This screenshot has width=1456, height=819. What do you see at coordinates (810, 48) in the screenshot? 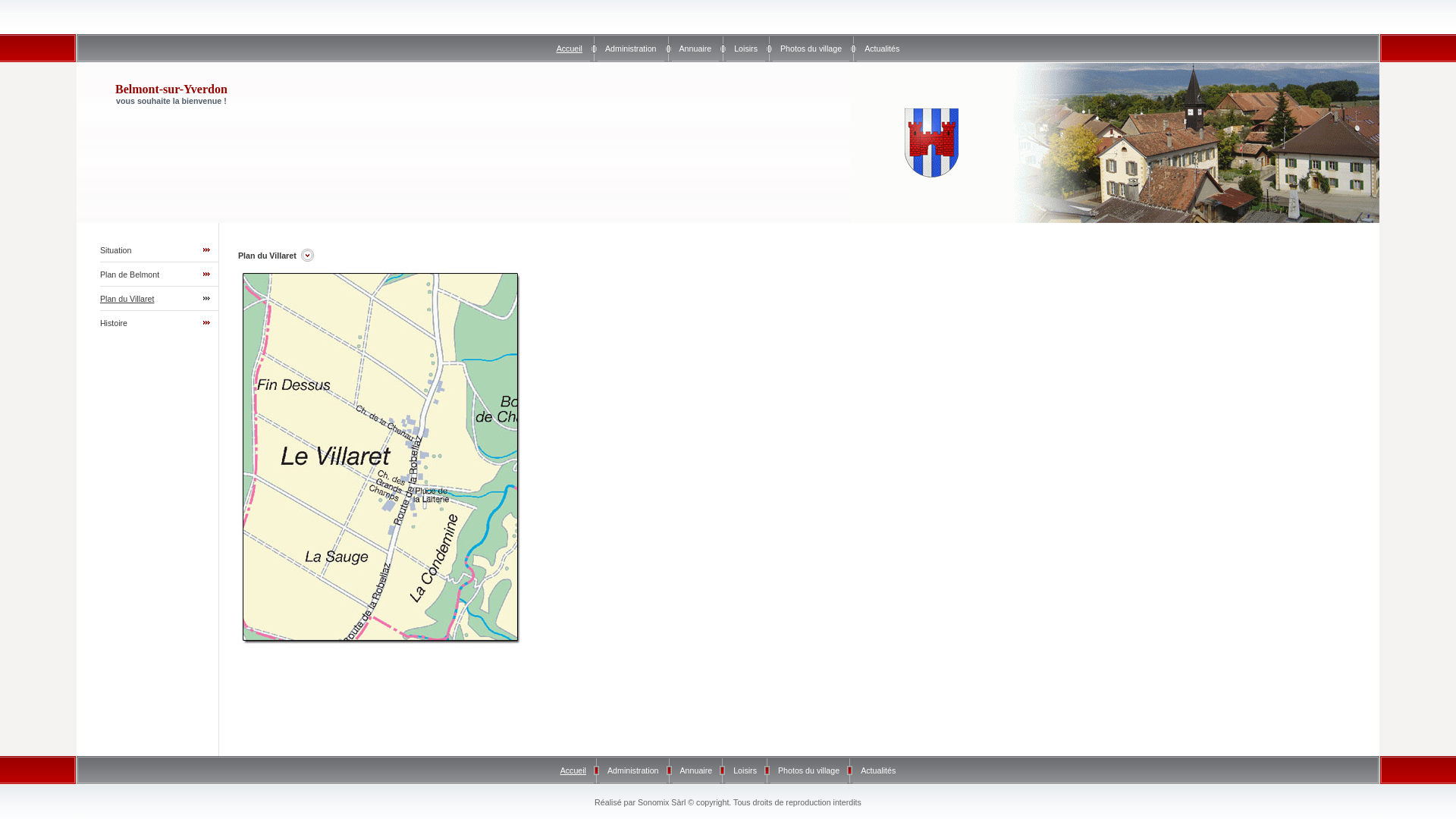
I see `'Photos du village'` at bounding box center [810, 48].